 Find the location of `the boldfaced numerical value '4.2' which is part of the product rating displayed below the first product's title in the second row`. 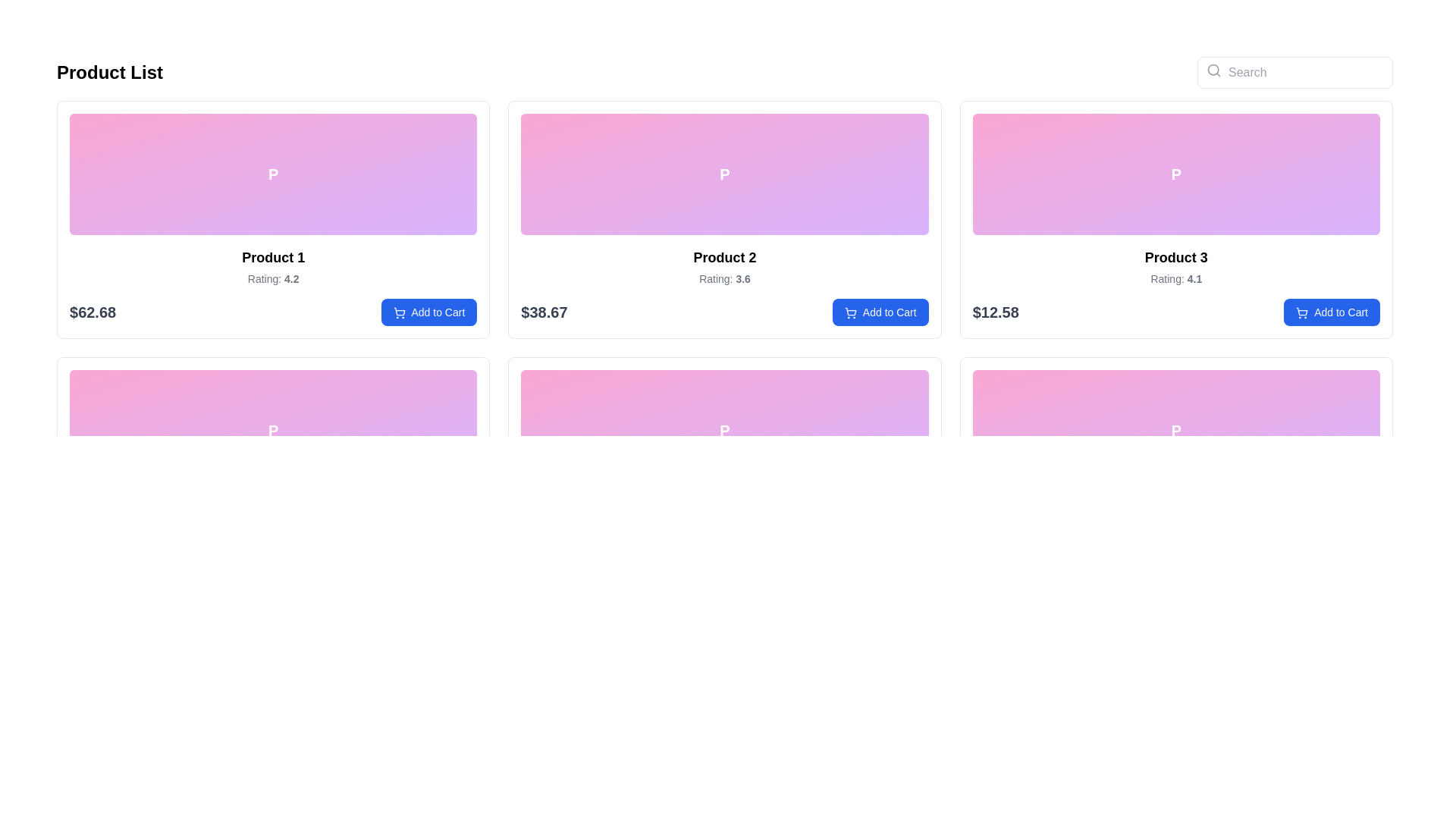

the boldfaced numerical value '4.2' which is part of the product rating displayed below the first product's title in the second row is located at coordinates (291, 791).